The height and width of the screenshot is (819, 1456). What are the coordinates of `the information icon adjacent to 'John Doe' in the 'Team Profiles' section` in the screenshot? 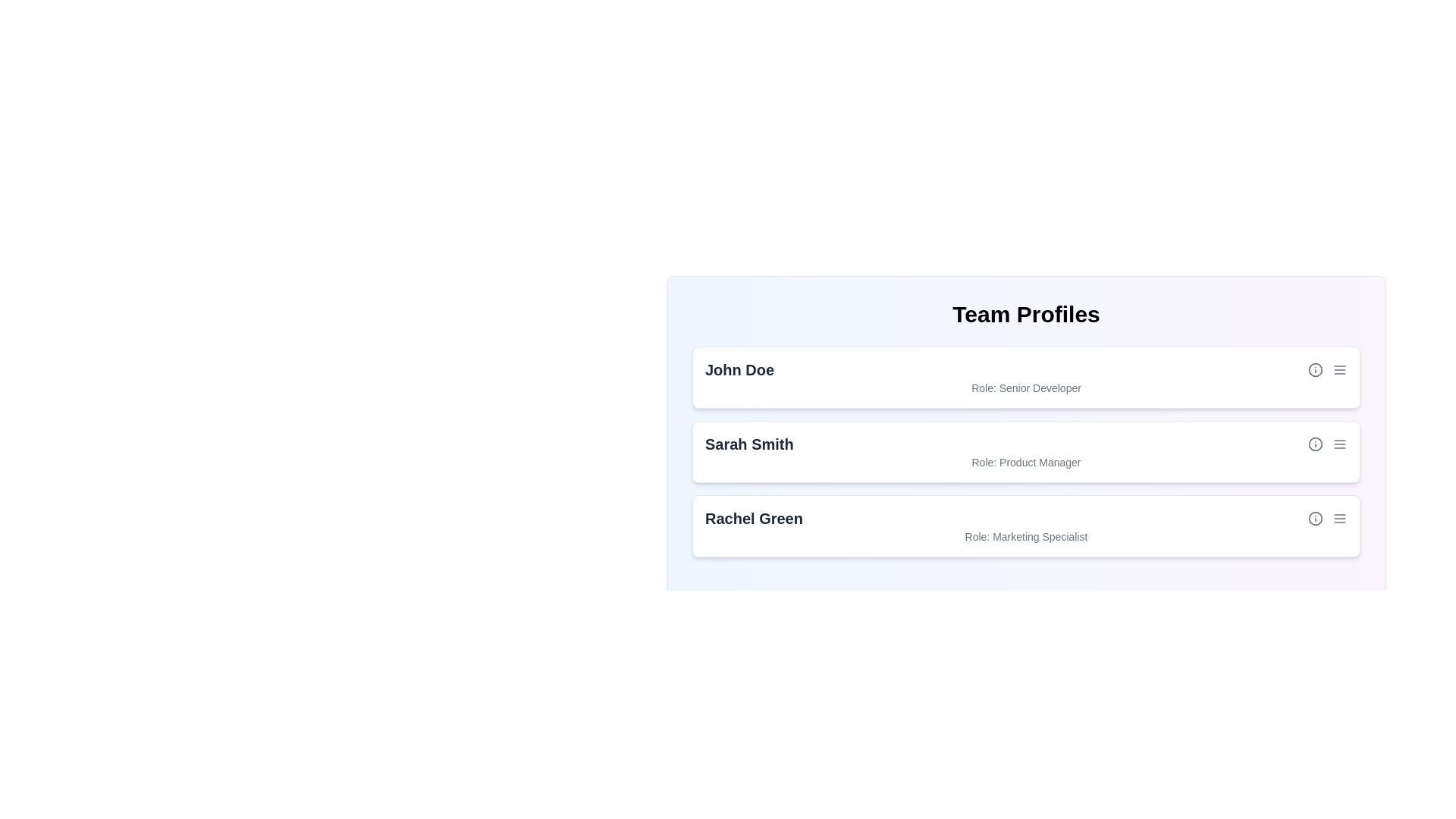 It's located at (1314, 370).